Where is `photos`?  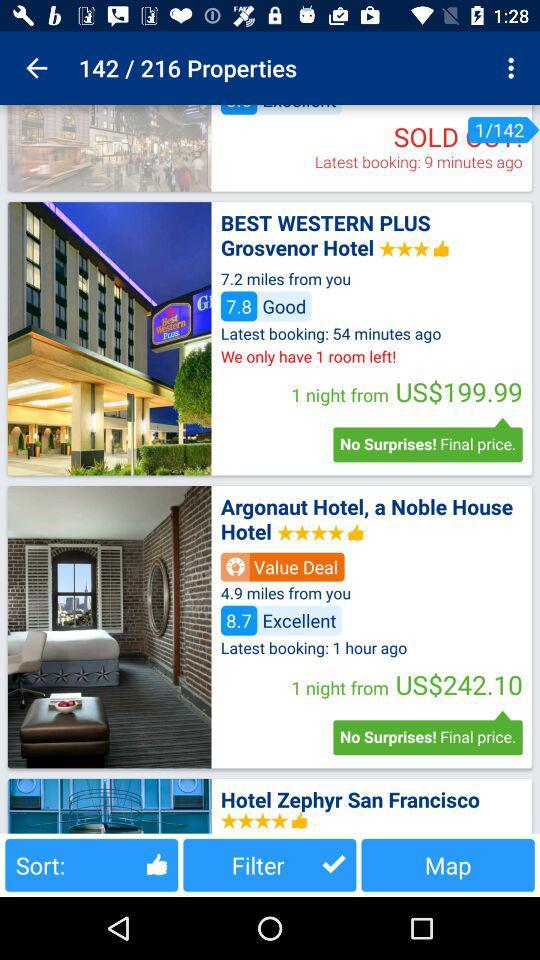
photos is located at coordinates (109, 626).